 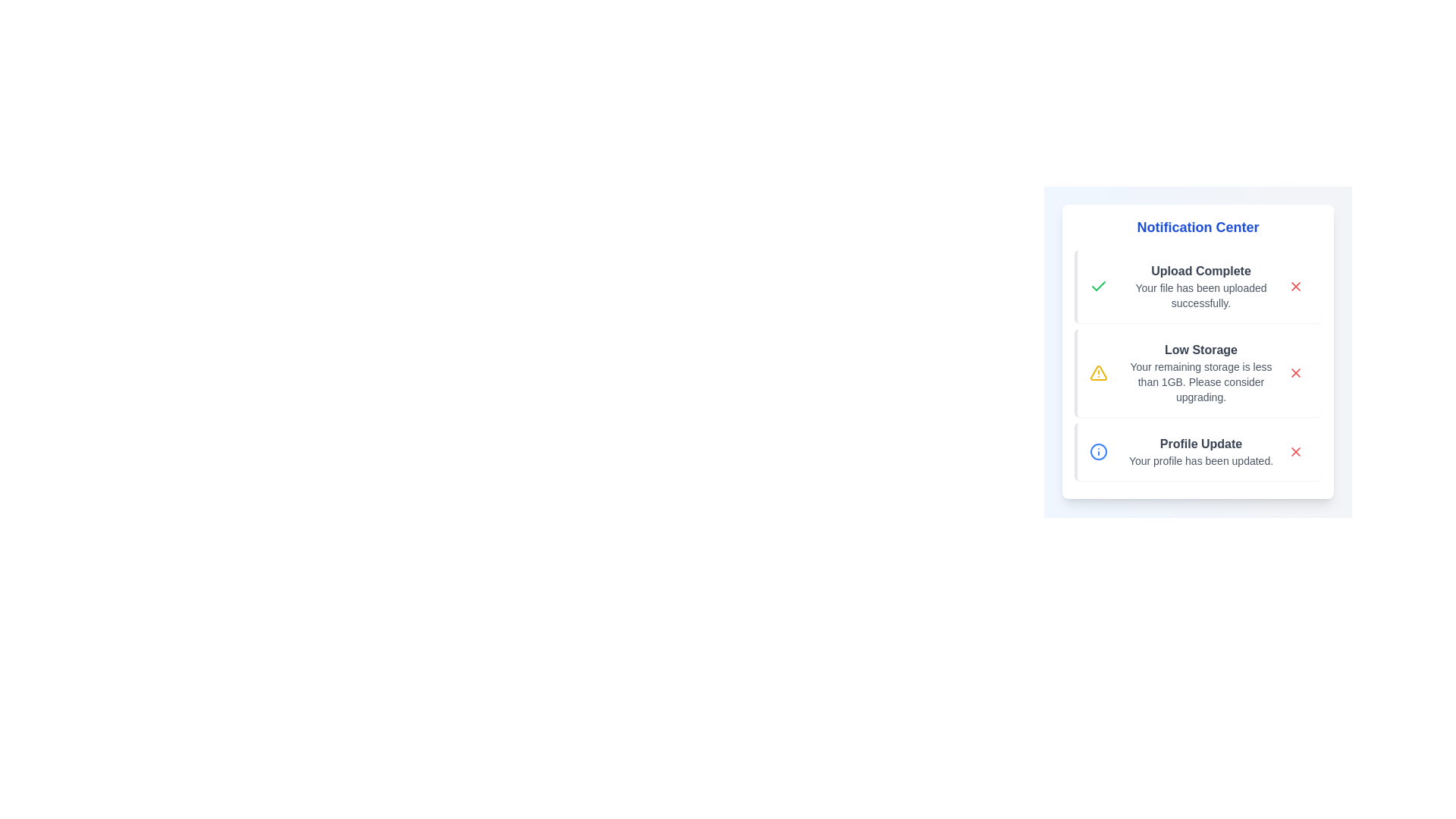 What do you see at coordinates (1200, 350) in the screenshot?
I see `the 'Low Storage' text label in the Notification Center panel, which is styled in gray and appears above the sibling text regarding storage upgrade` at bounding box center [1200, 350].